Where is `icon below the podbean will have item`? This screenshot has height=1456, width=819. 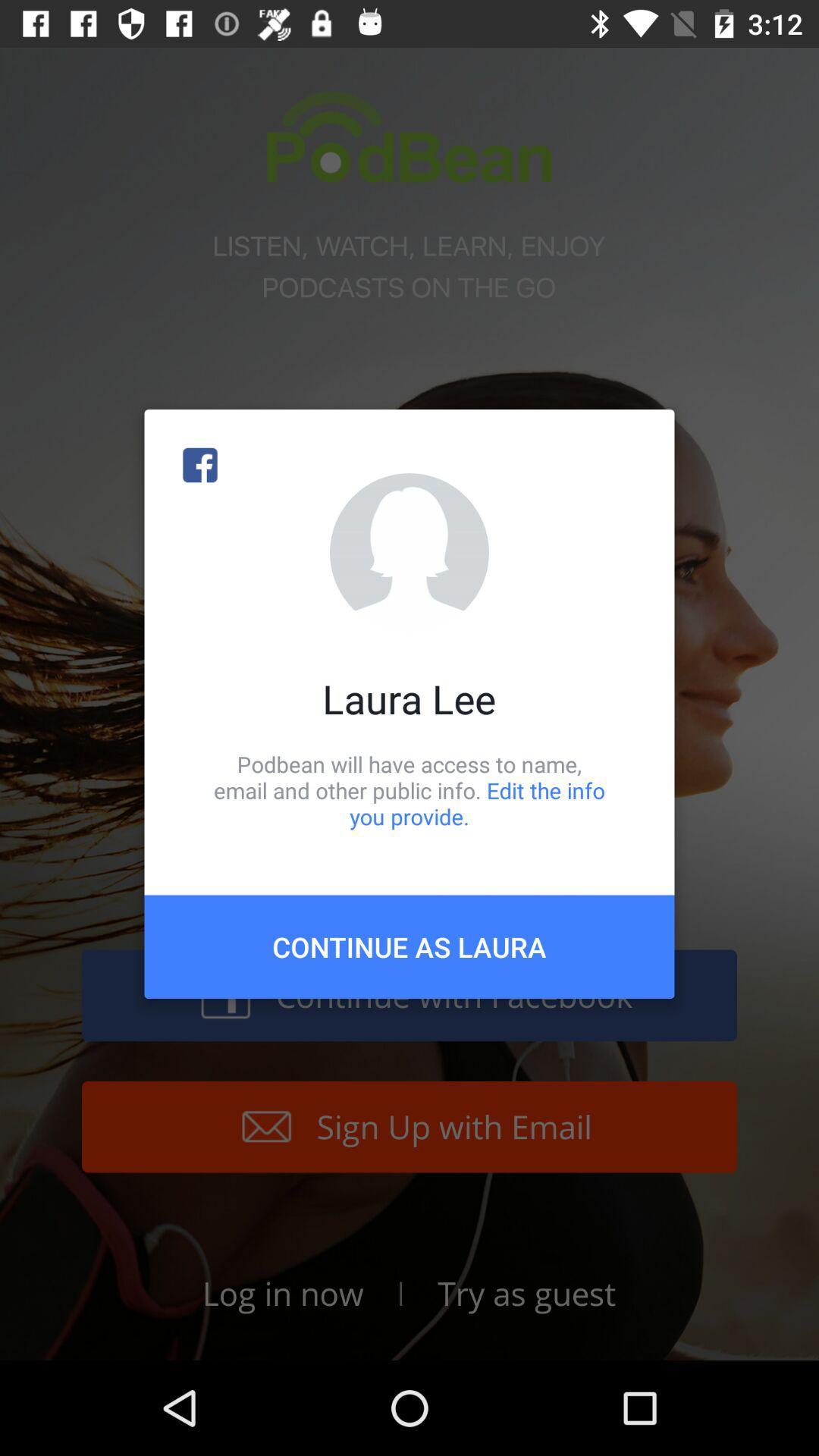 icon below the podbean will have item is located at coordinates (409, 946).